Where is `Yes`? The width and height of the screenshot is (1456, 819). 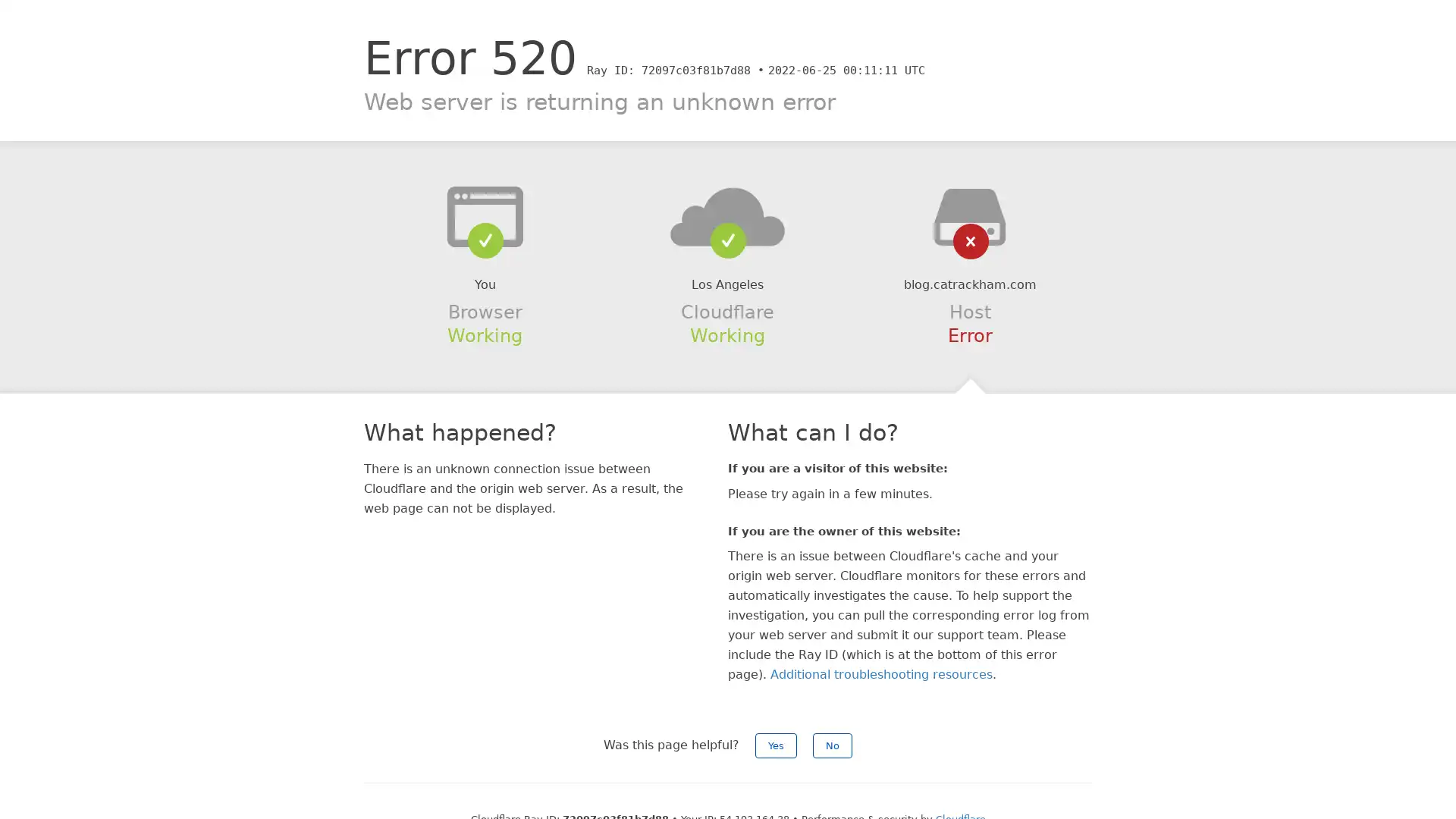 Yes is located at coordinates (776, 745).